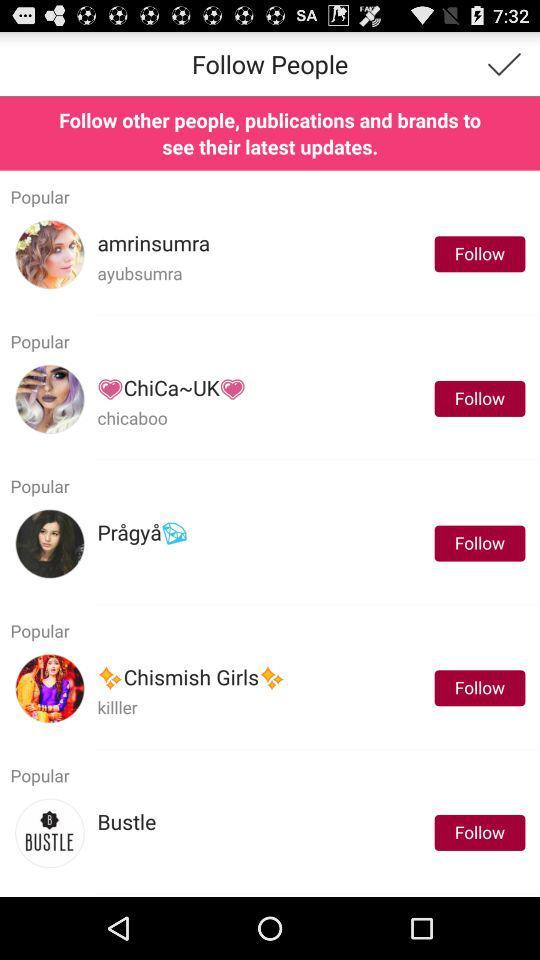 This screenshot has height=960, width=540. I want to click on the app below popular icon, so click(171, 387).